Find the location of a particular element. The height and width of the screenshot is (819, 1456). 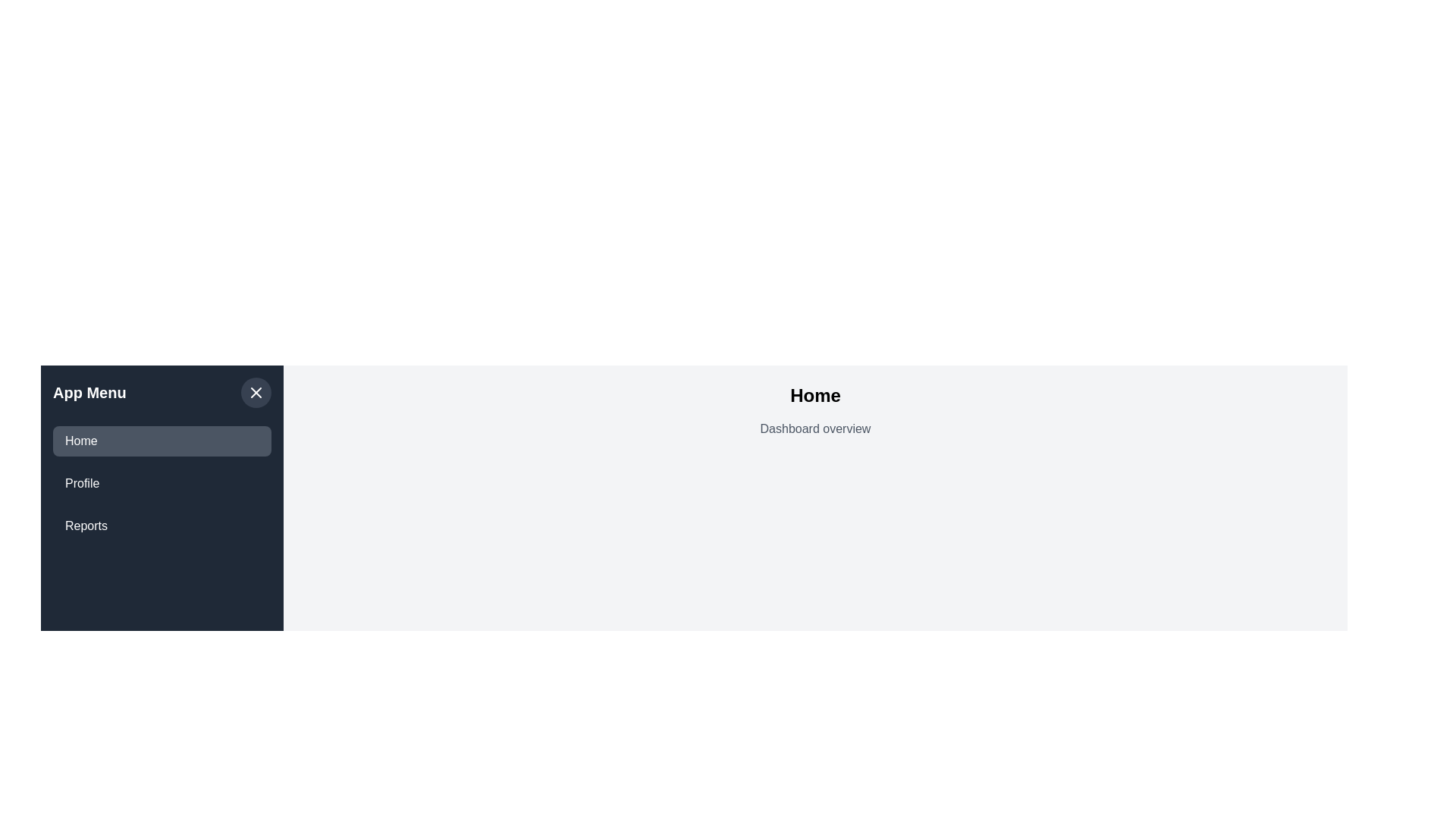

'X' button to close the drawer is located at coordinates (256, 391).